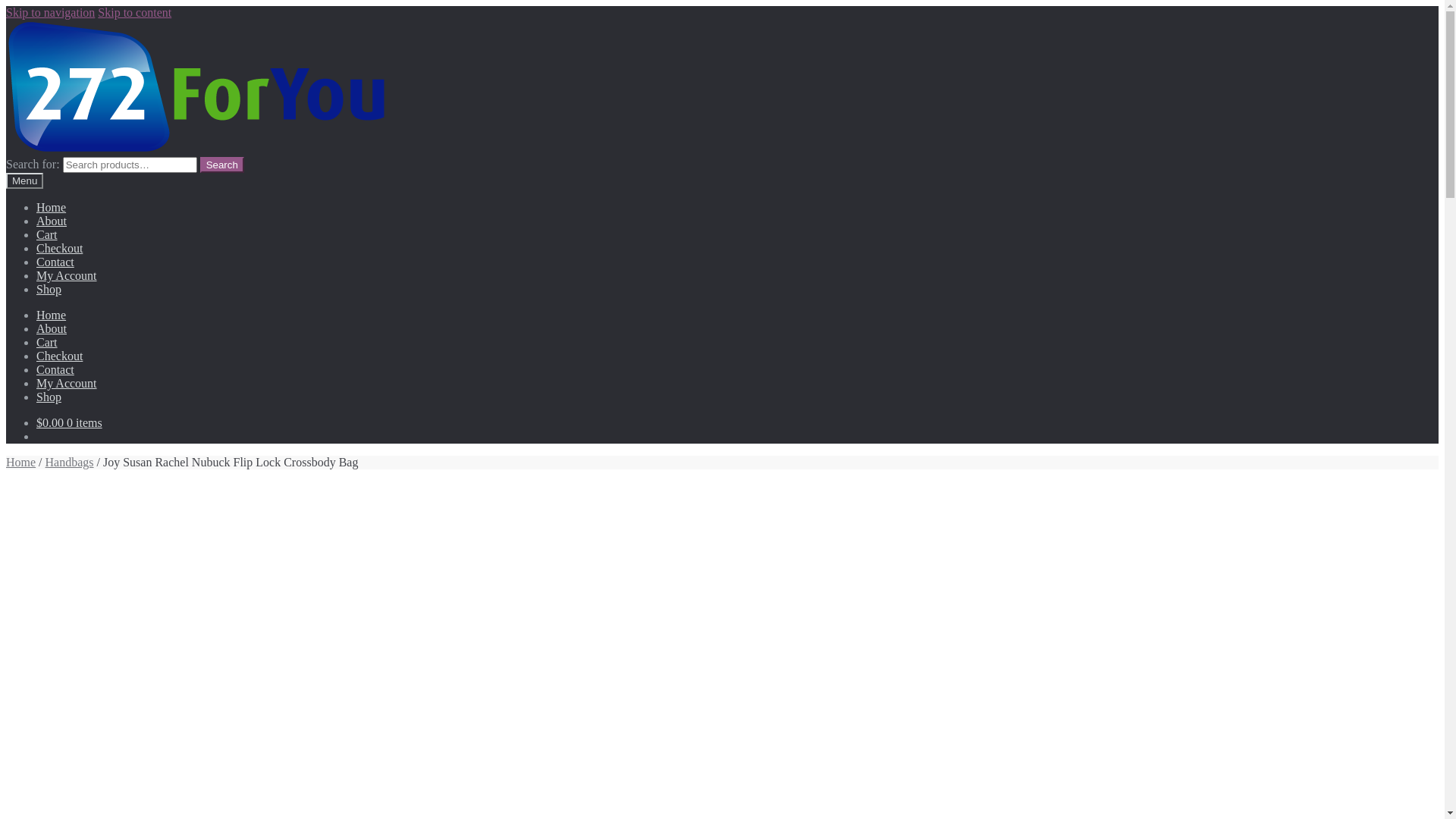 The height and width of the screenshot is (819, 1456). I want to click on 'Handbags', so click(68, 461).